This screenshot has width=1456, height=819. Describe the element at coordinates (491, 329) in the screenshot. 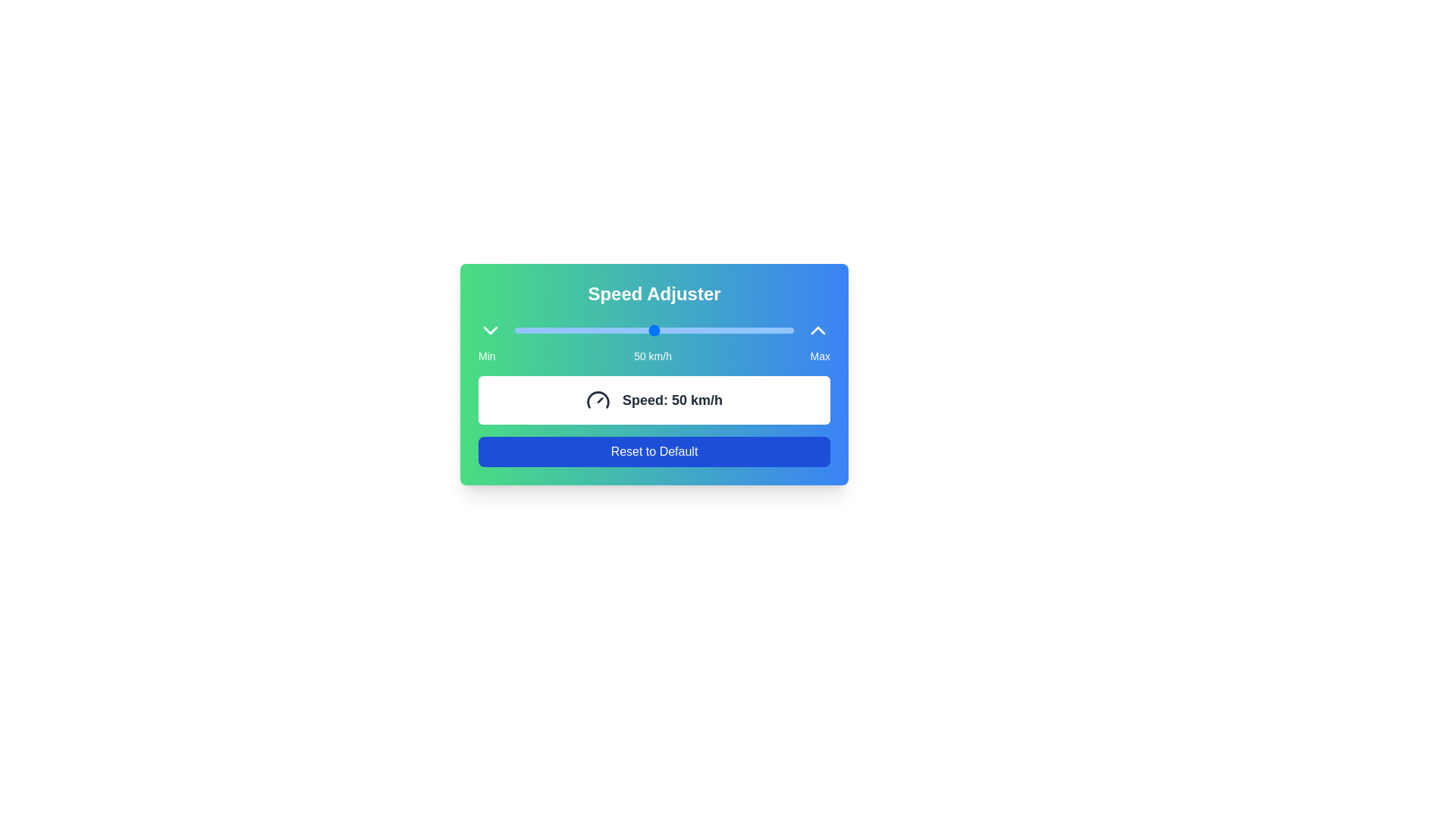

I see `the downward pointing arrow icon that is adjacent to the 'Speed Adjuster' text, indicating a dropdown menu or expanding section` at that location.